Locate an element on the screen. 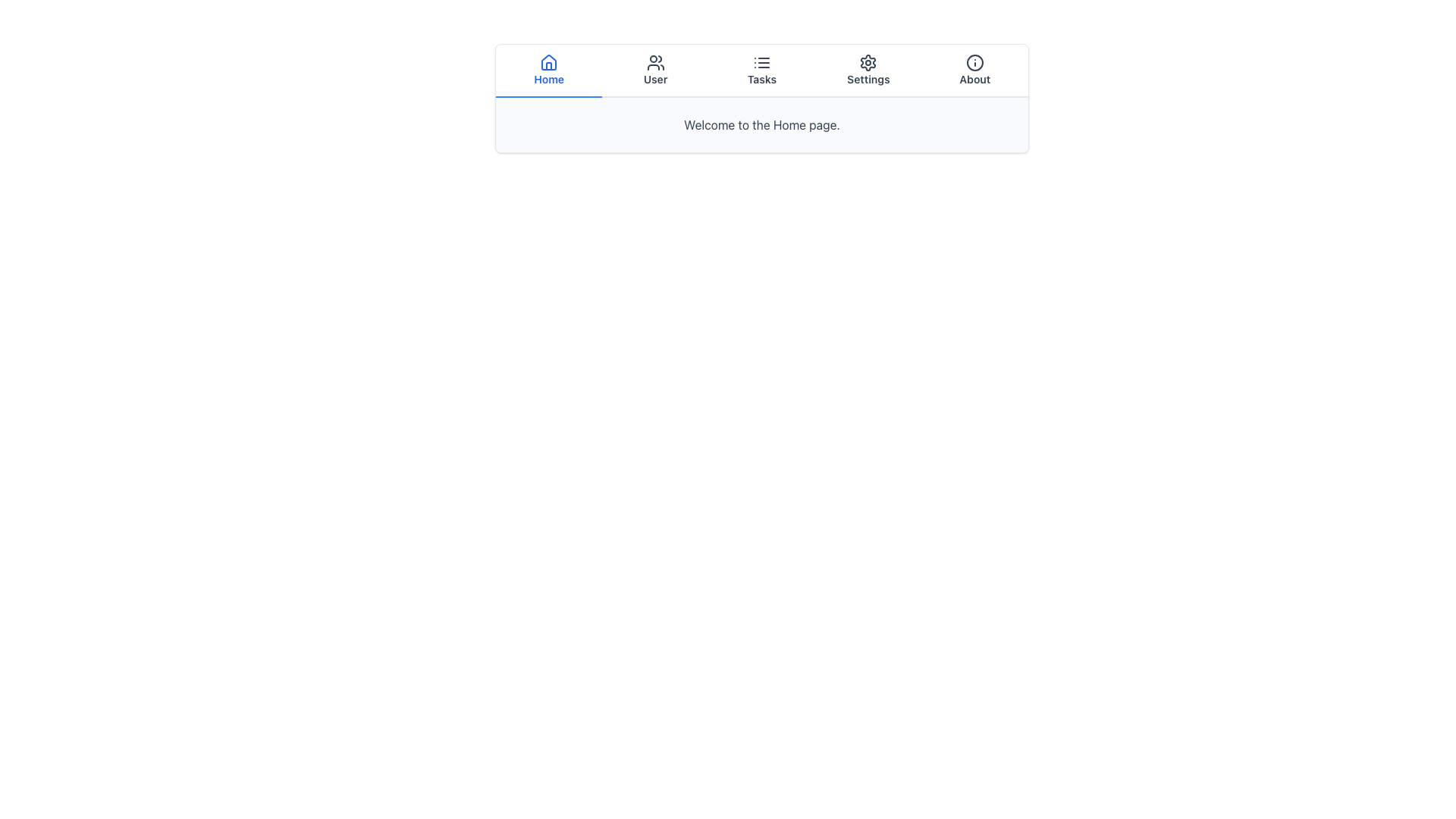 The width and height of the screenshot is (1456, 819). the decorative circular element of the 'info' icon located in the navigation bar at the top right associated with the 'About' section is located at coordinates (974, 62).